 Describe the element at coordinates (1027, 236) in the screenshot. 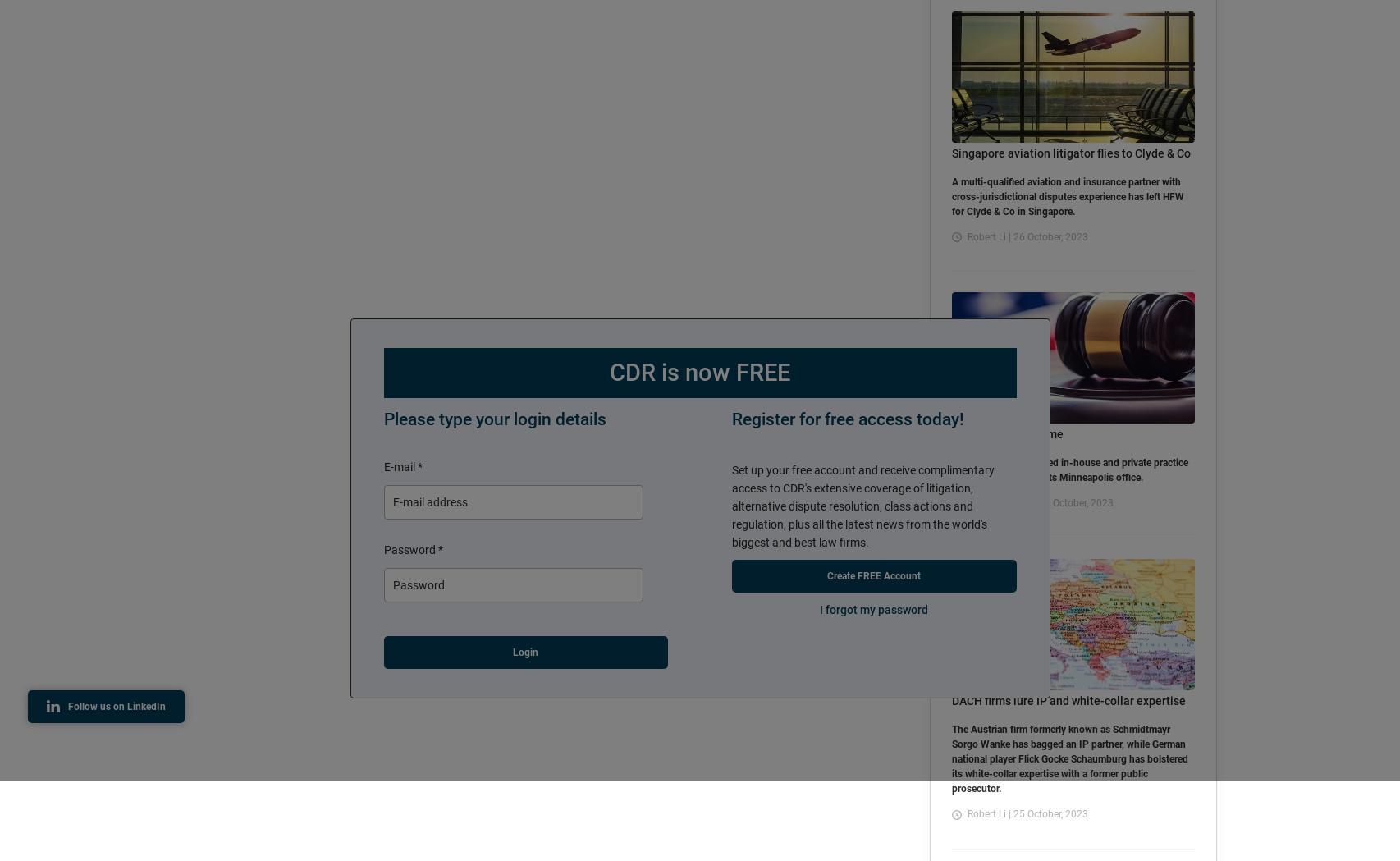

I see `'Robert Li | 26 October, 2023'` at that location.